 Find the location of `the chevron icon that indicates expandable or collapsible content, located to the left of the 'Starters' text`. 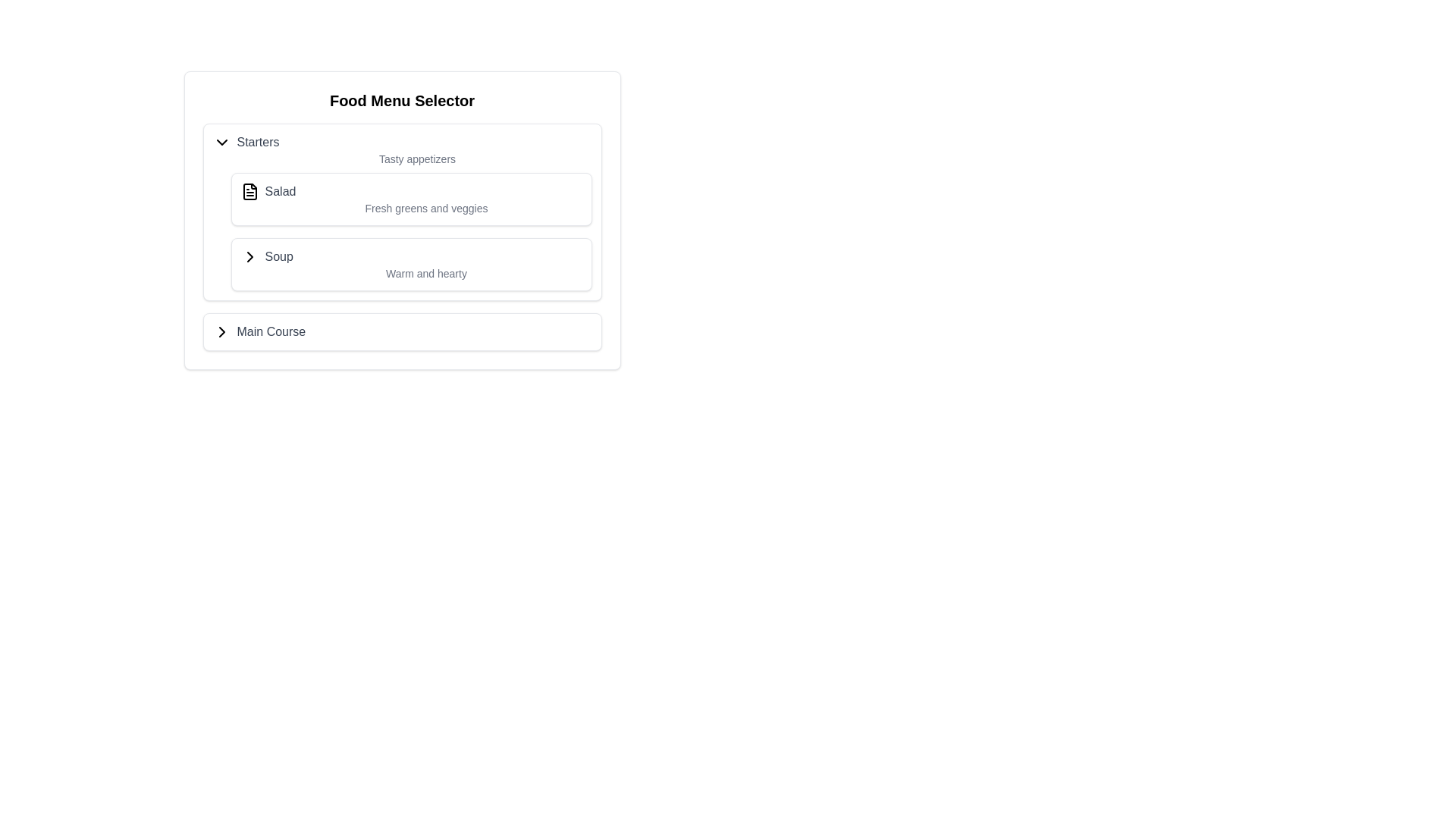

the chevron icon that indicates expandable or collapsible content, located to the left of the 'Starters' text is located at coordinates (221, 143).